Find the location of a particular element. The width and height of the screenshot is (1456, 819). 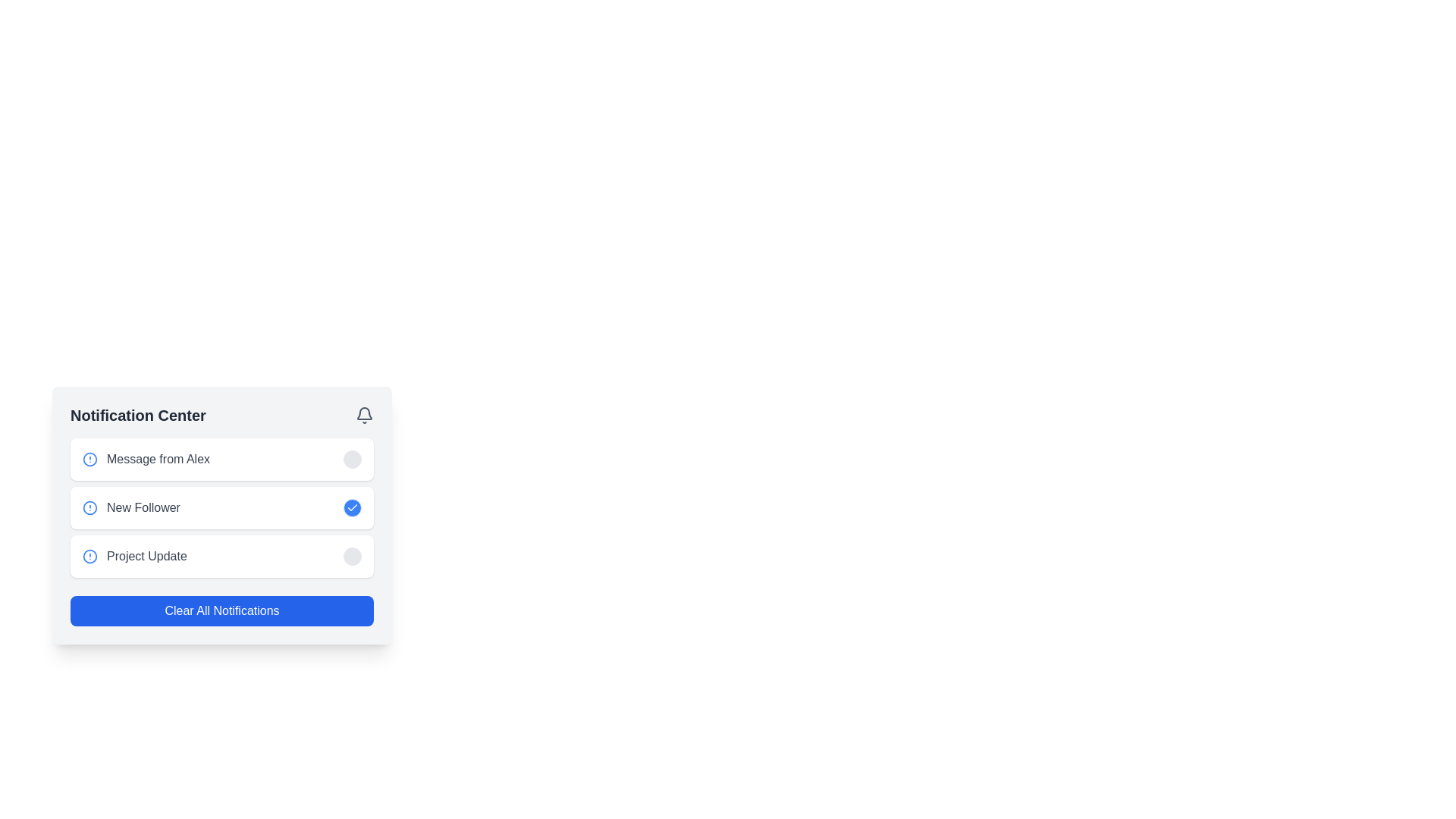

the blue circular icon with an exclamation mark next to the 'New Follower' notification is located at coordinates (131, 508).